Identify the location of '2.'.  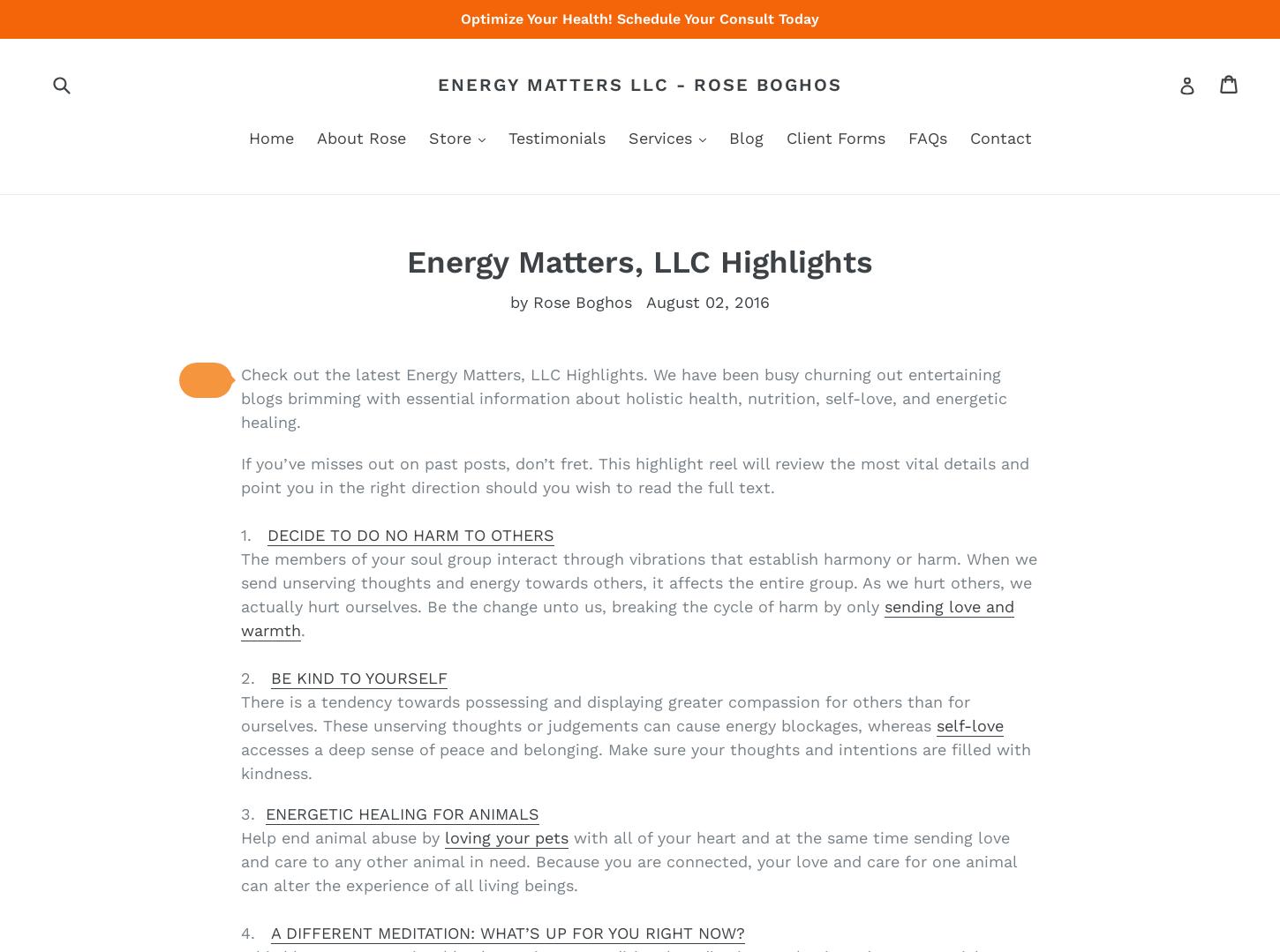
(256, 677).